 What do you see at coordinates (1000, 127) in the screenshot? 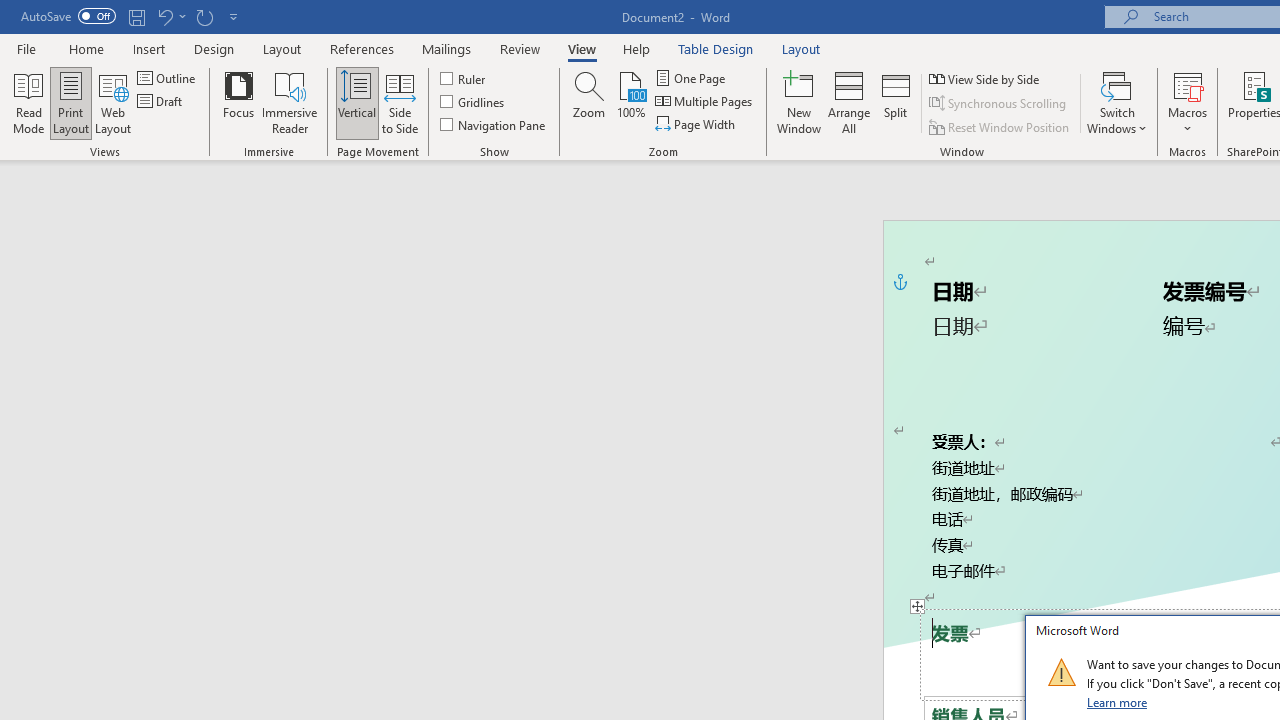
I see `'Reset Window Position'` at bounding box center [1000, 127].